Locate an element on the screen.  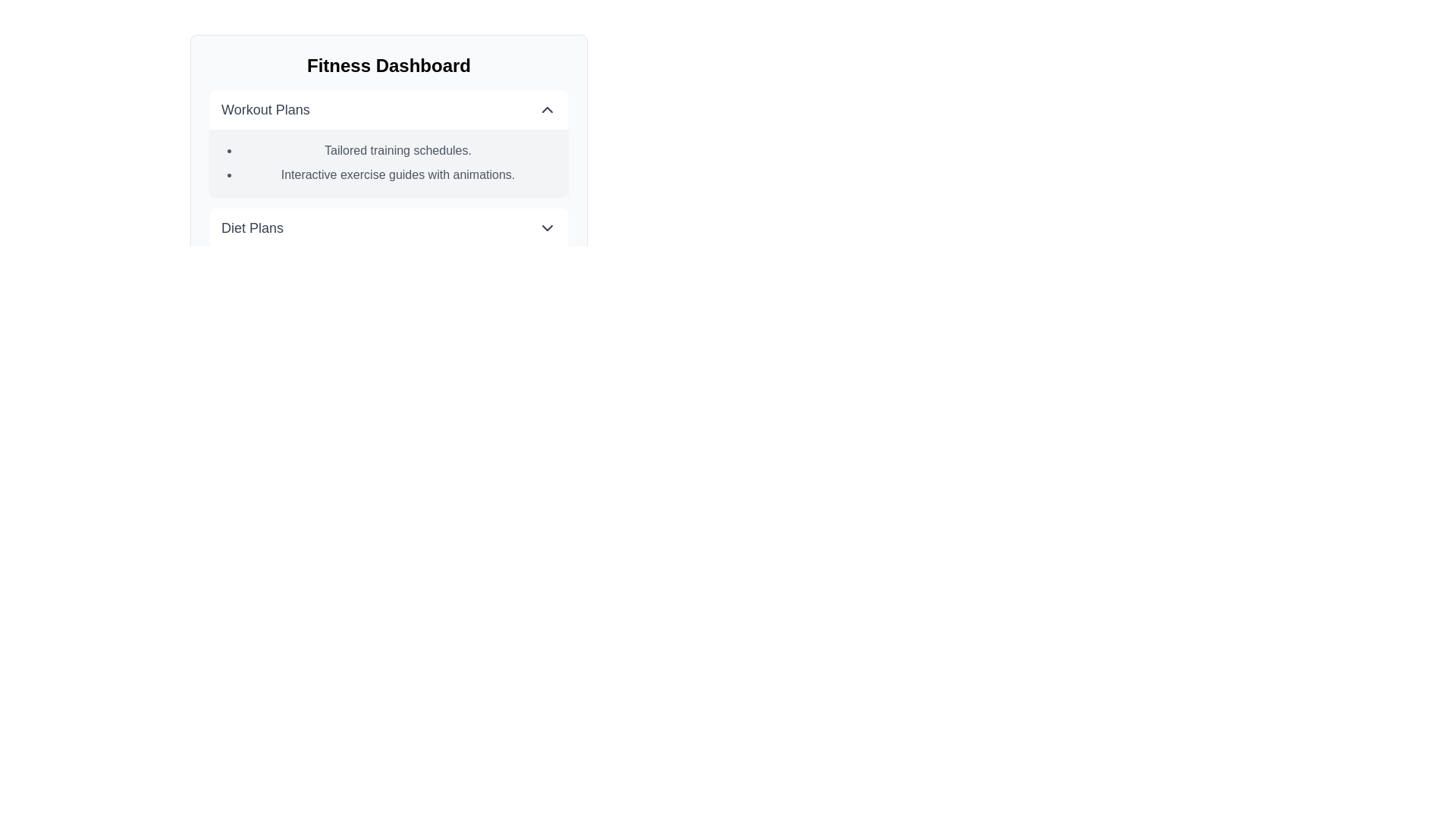
text item labeled 'Tailored training schedules.' which is the first entry under 'Workout Plans' in the bulleted list is located at coordinates (397, 151).